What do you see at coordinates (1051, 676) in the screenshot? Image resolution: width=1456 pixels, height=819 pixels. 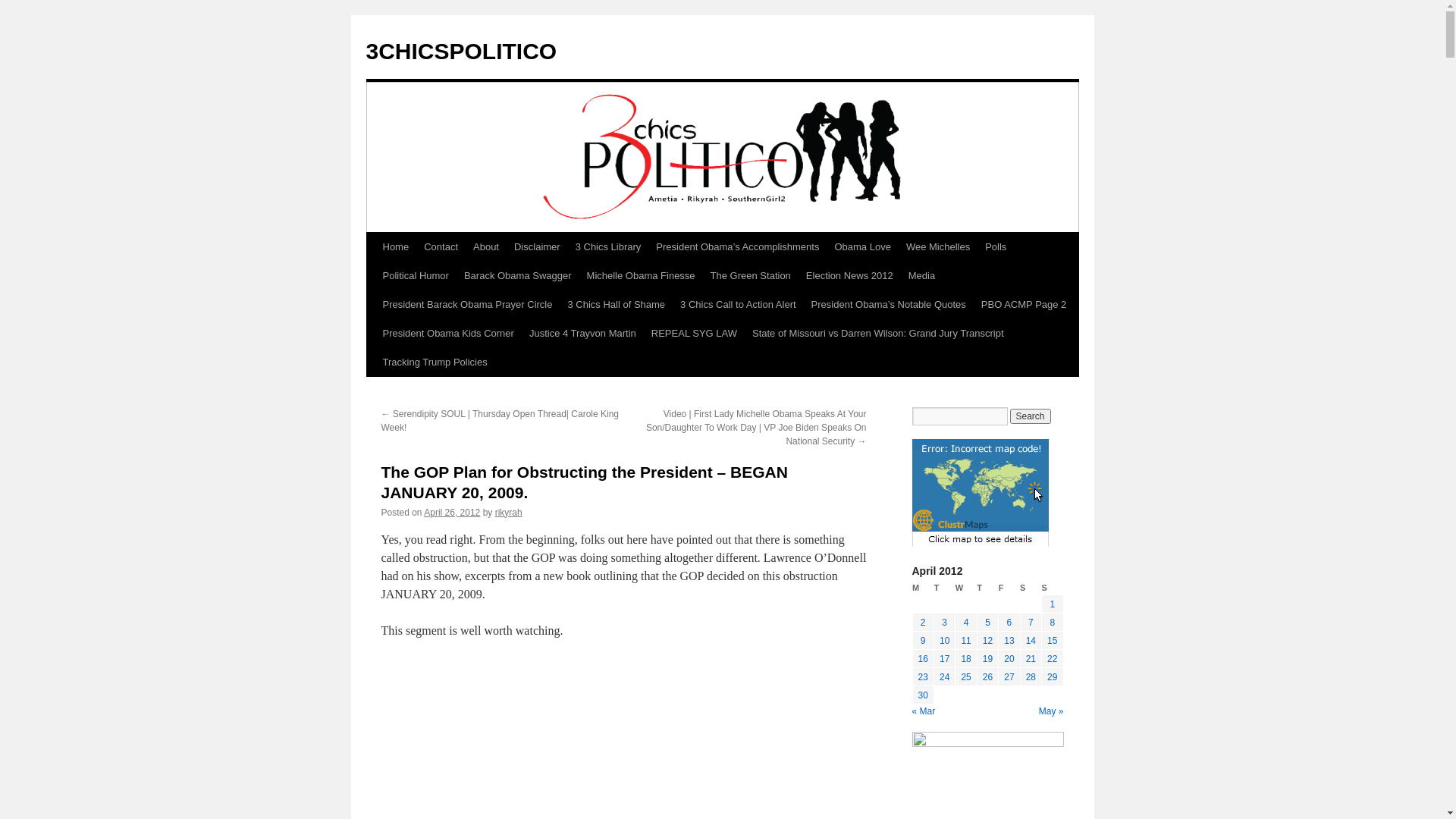 I see `'29'` at bounding box center [1051, 676].